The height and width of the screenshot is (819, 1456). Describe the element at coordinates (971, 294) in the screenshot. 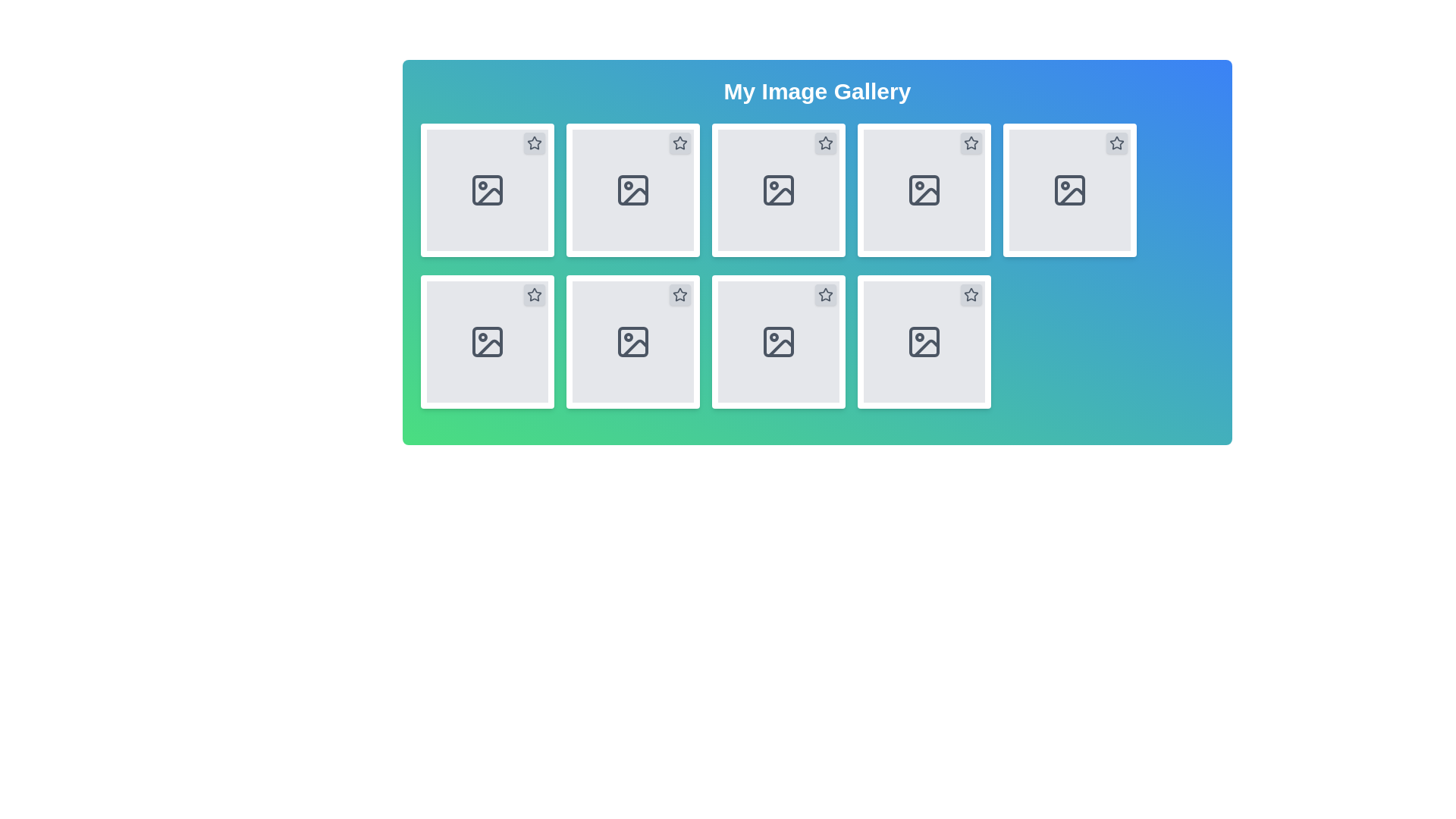

I see `the star-shaped icon located in the top-right corner of the 8th image card in the gallery` at that location.